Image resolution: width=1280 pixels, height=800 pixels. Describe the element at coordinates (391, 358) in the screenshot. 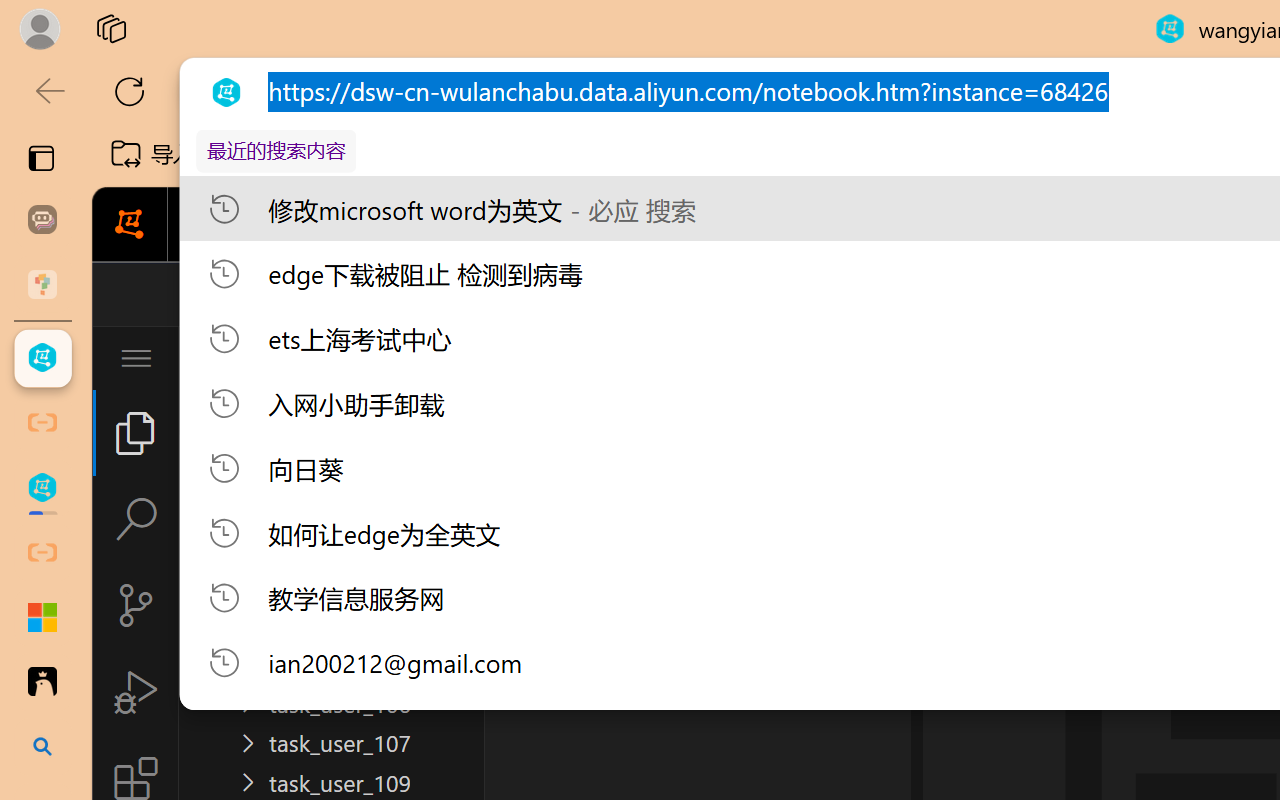

I see `'Explorer actions'` at that location.